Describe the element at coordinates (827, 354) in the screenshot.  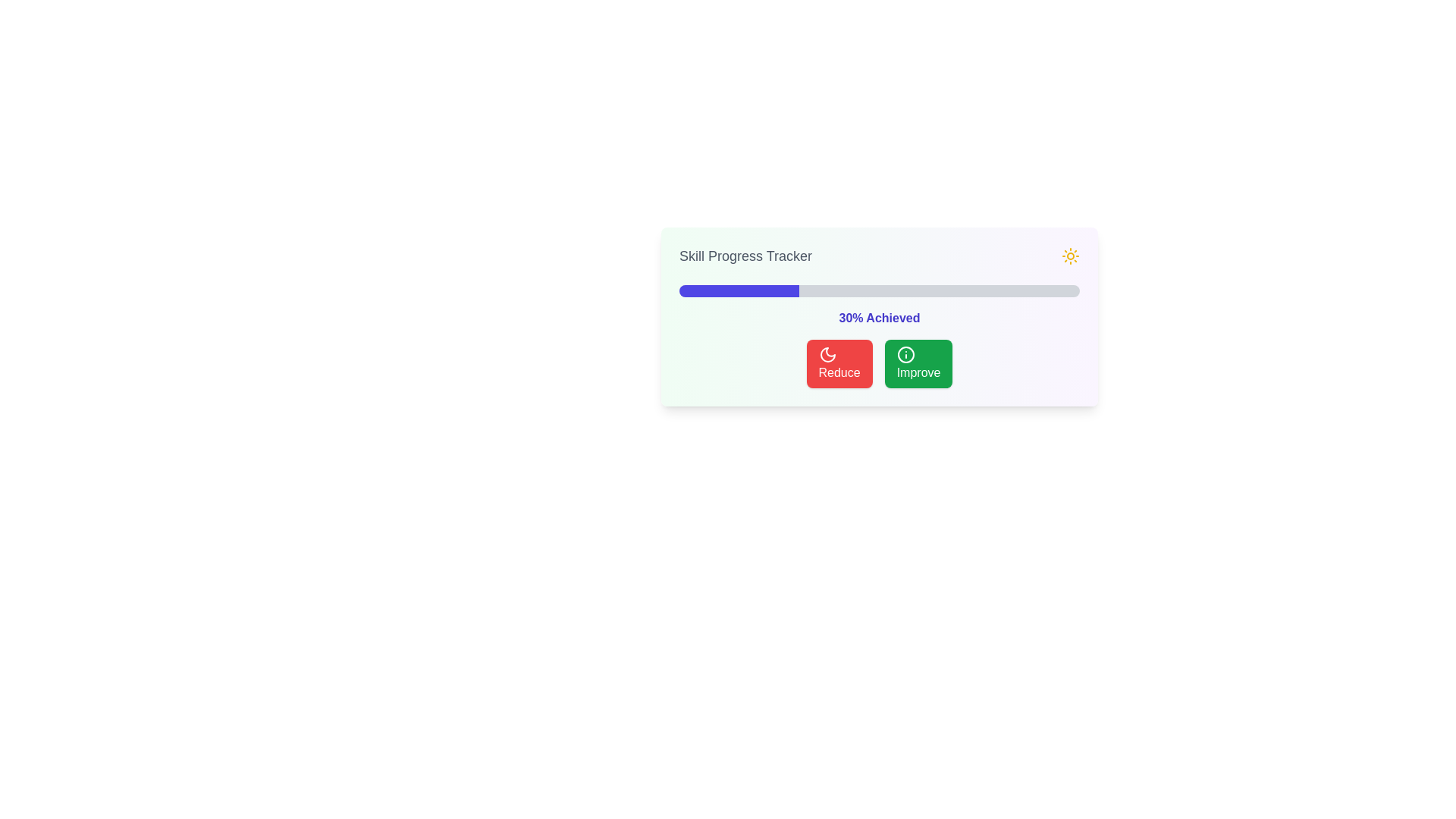
I see `the moon icon located in the top-right corner of the interface, which likely signifies night mode or a related theme` at that location.